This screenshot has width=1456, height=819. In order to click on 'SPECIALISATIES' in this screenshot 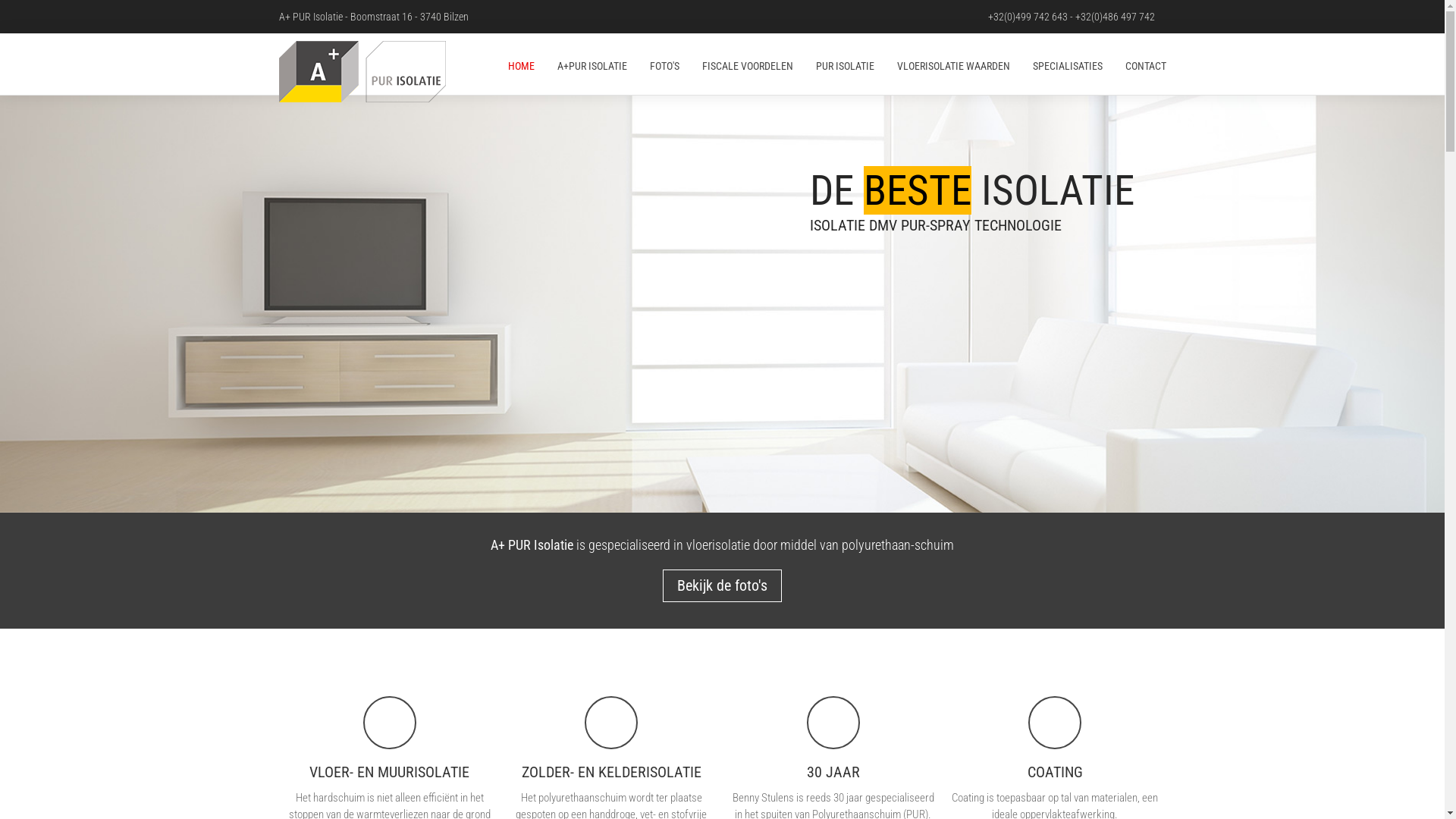, I will do `click(1065, 63)`.